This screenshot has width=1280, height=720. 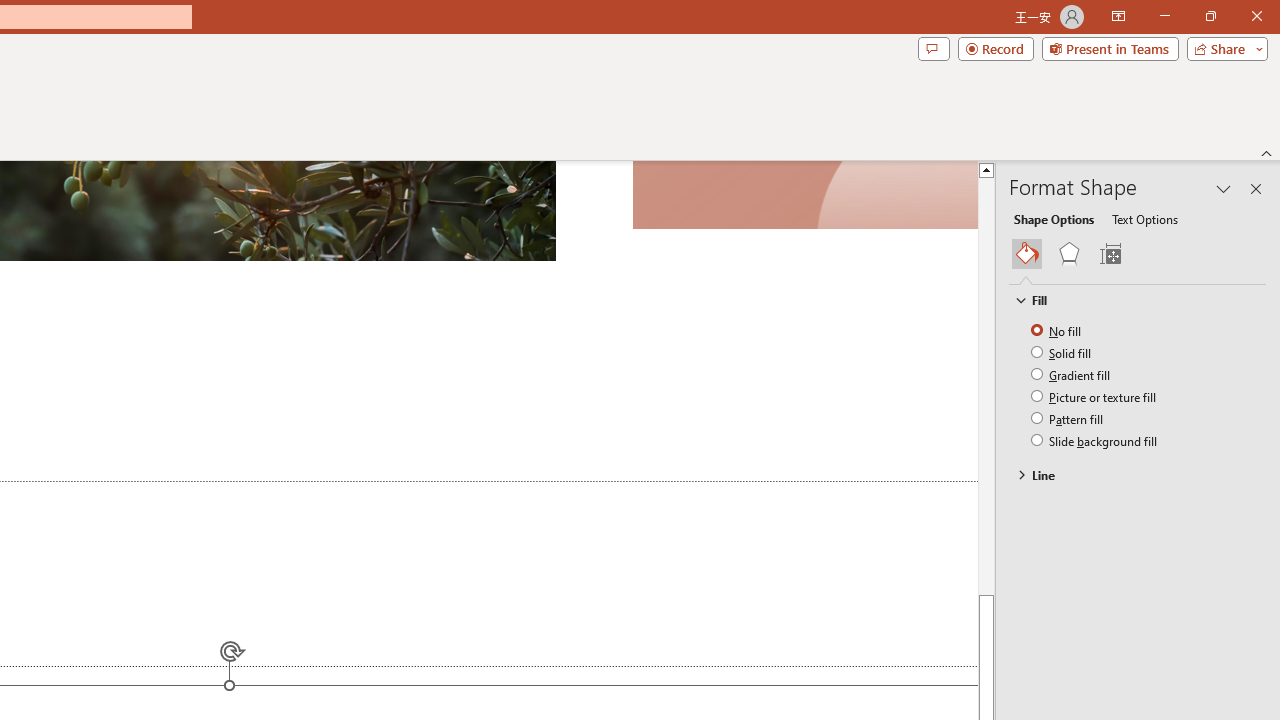 What do you see at coordinates (1094, 396) in the screenshot?
I see `'Picture or texture fill'` at bounding box center [1094, 396].